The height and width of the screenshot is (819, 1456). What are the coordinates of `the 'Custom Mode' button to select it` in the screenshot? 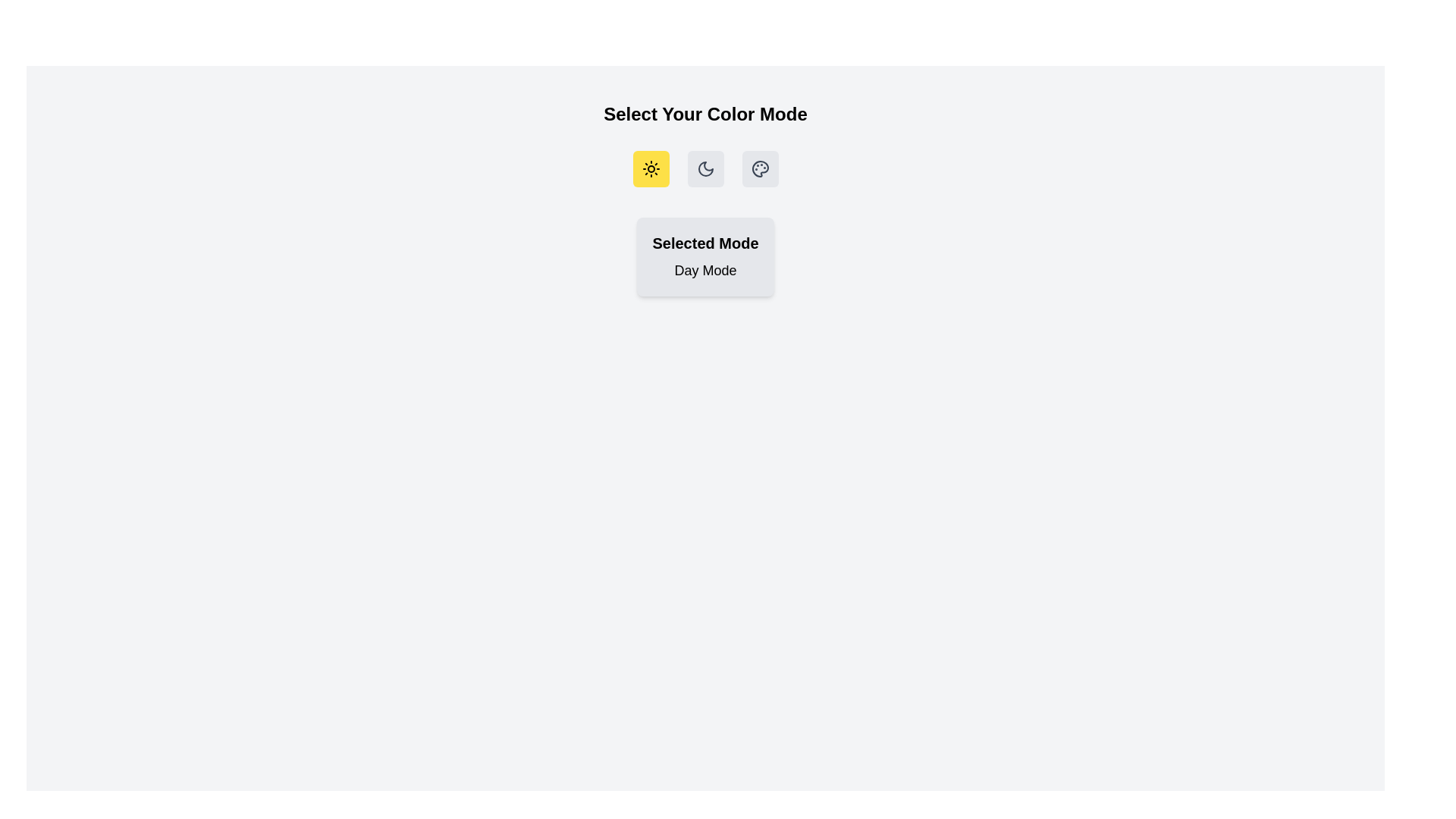 It's located at (760, 169).